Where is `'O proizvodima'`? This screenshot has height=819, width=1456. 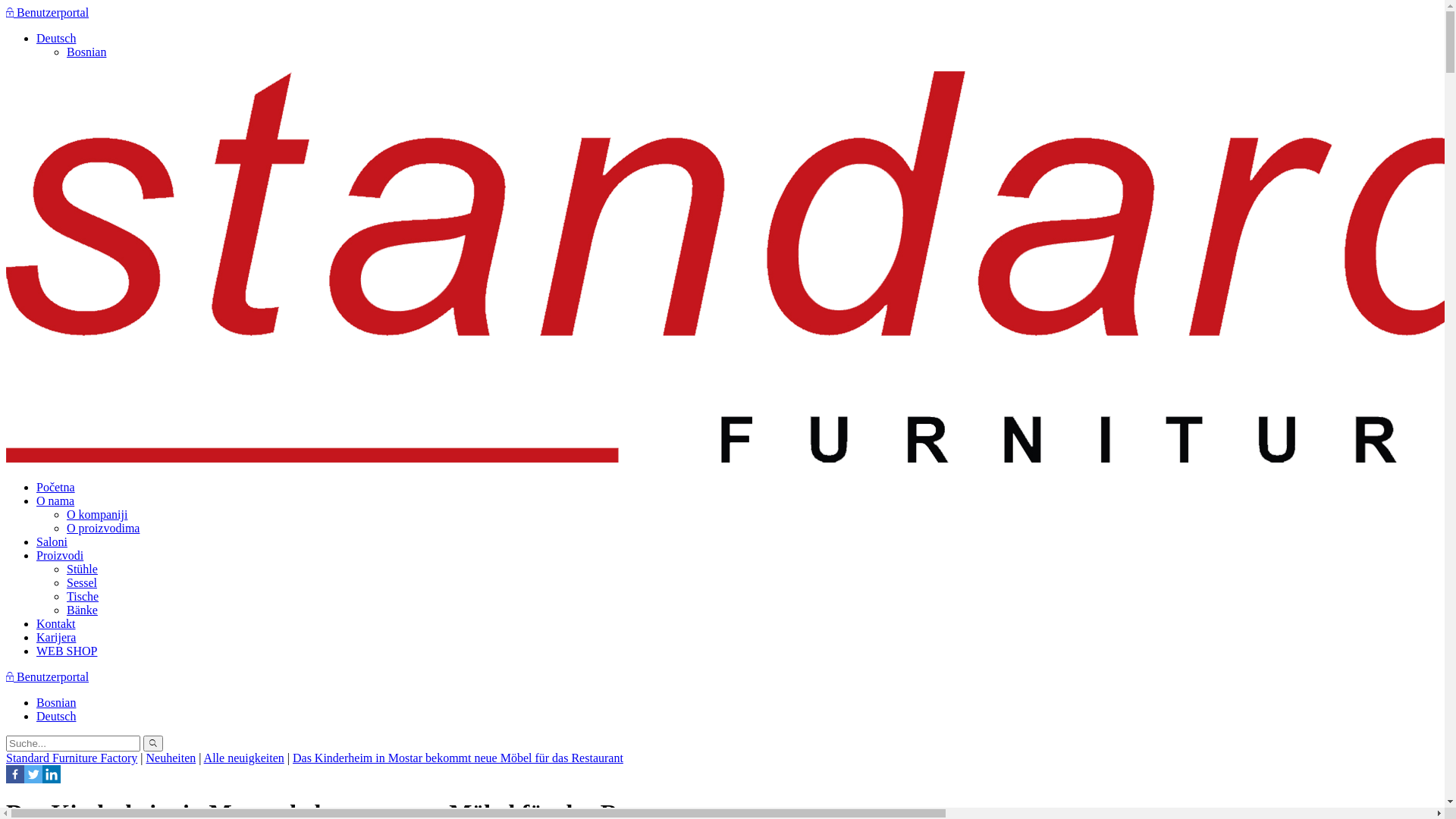 'O proizvodima' is located at coordinates (65, 527).